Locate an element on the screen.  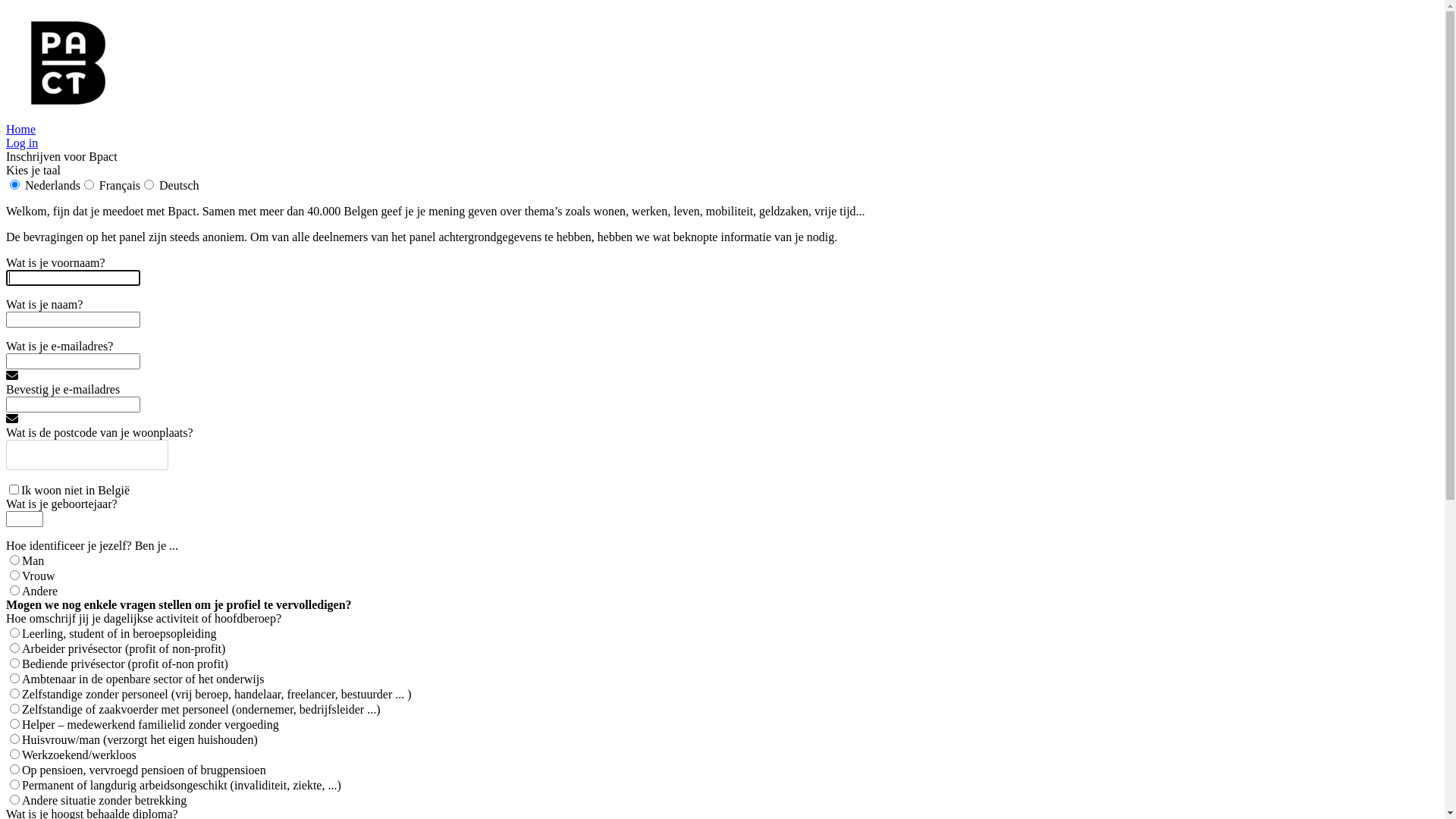
'Home' is located at coordinates (20, 128).